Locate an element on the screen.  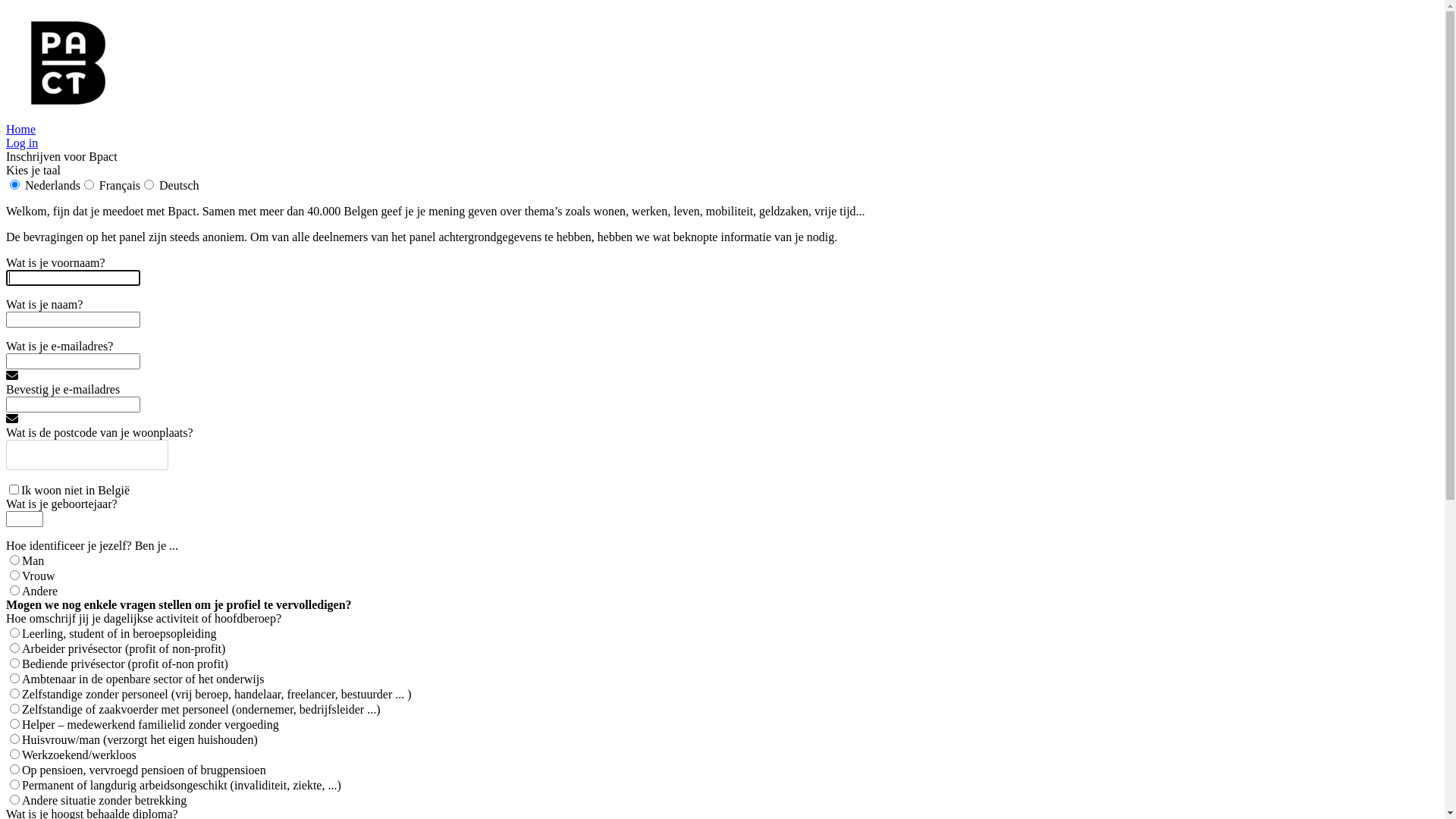
'Home' is located at coordinates (20, 128).